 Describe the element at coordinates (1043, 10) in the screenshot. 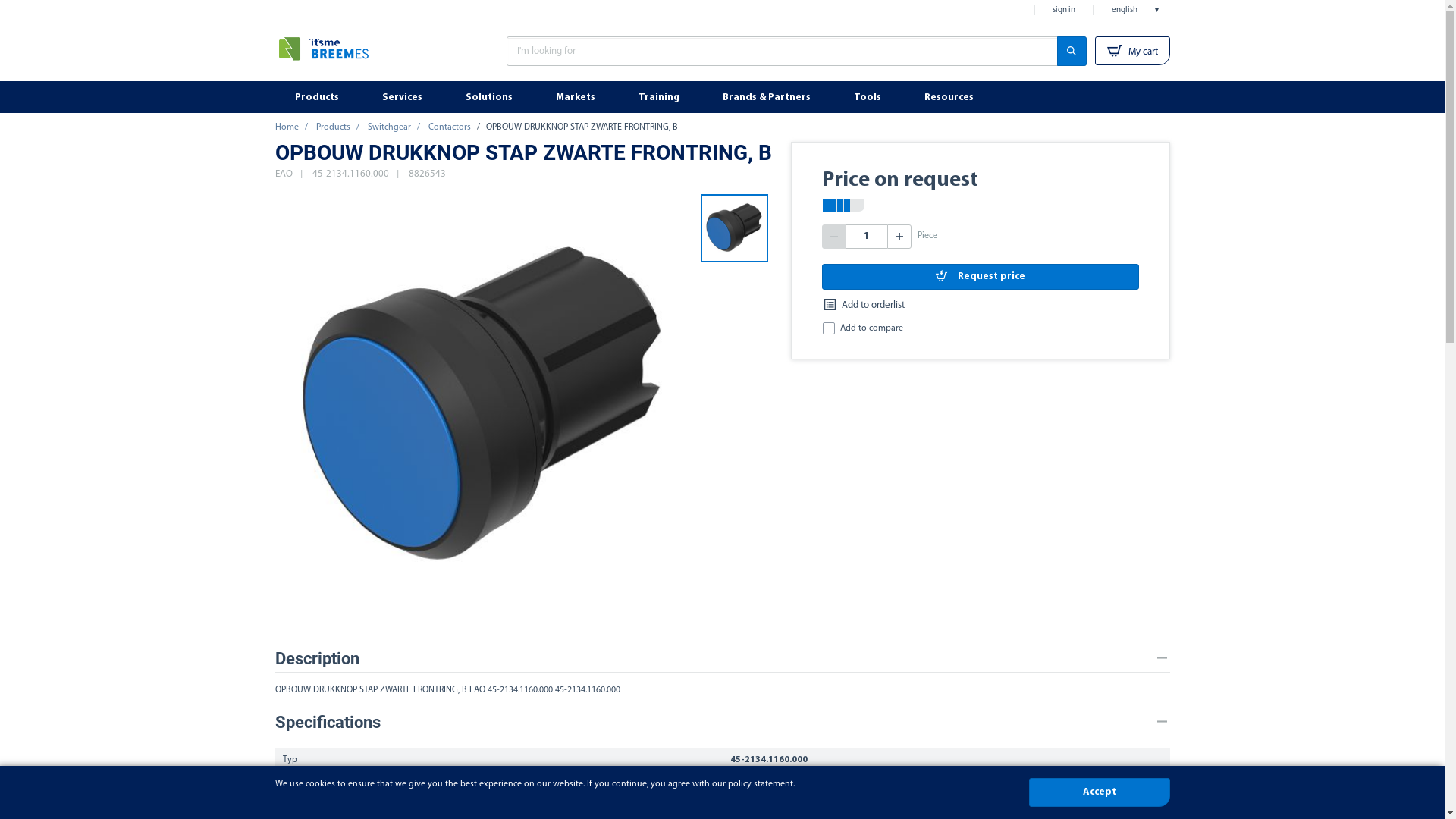

I see `'sign in'` at that location.